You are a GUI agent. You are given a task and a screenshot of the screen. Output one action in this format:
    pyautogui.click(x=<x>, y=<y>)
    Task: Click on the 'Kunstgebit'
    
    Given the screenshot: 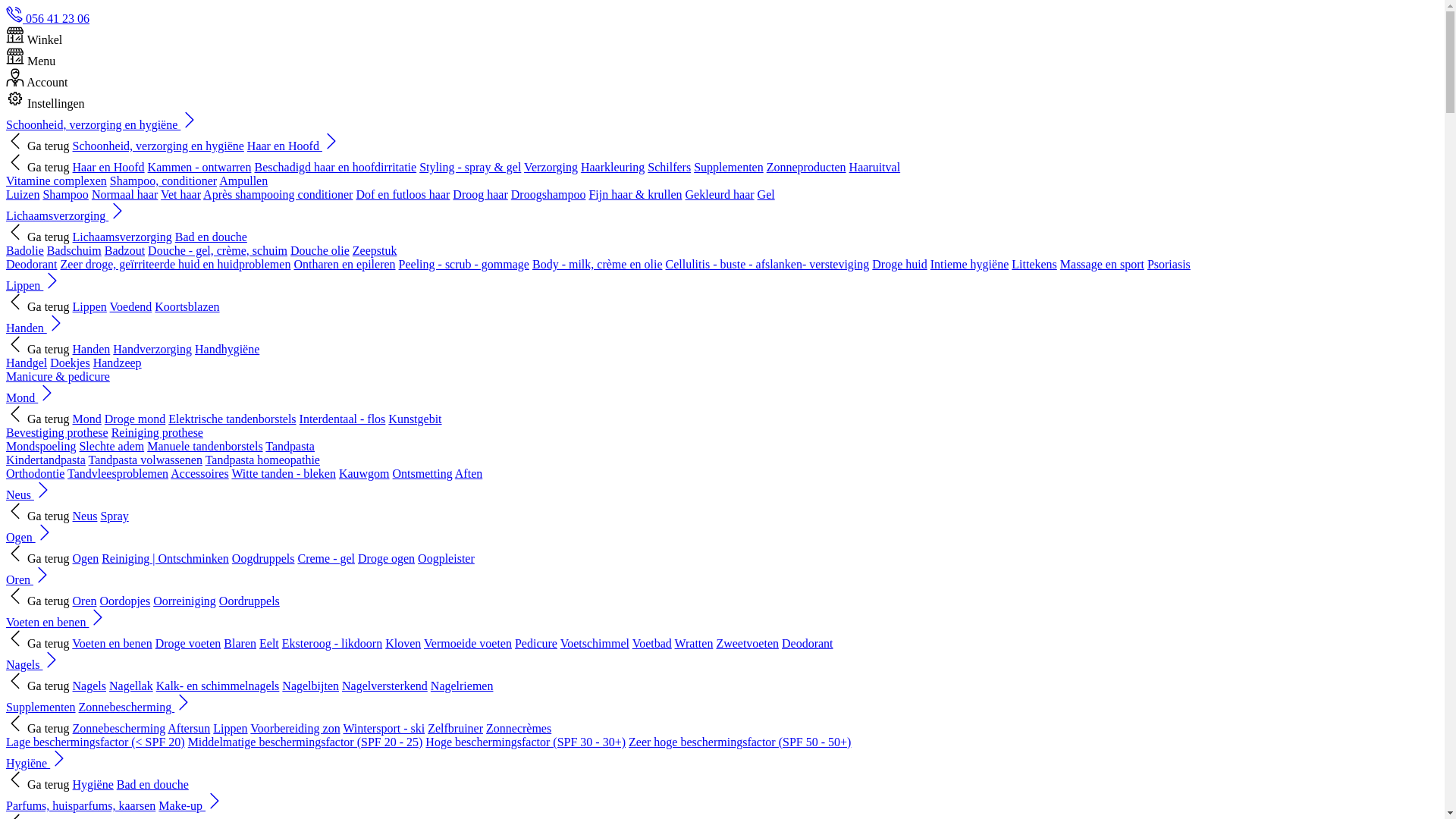 What is the action you would take?
    pyautogui.click(x=415, y=419)
    